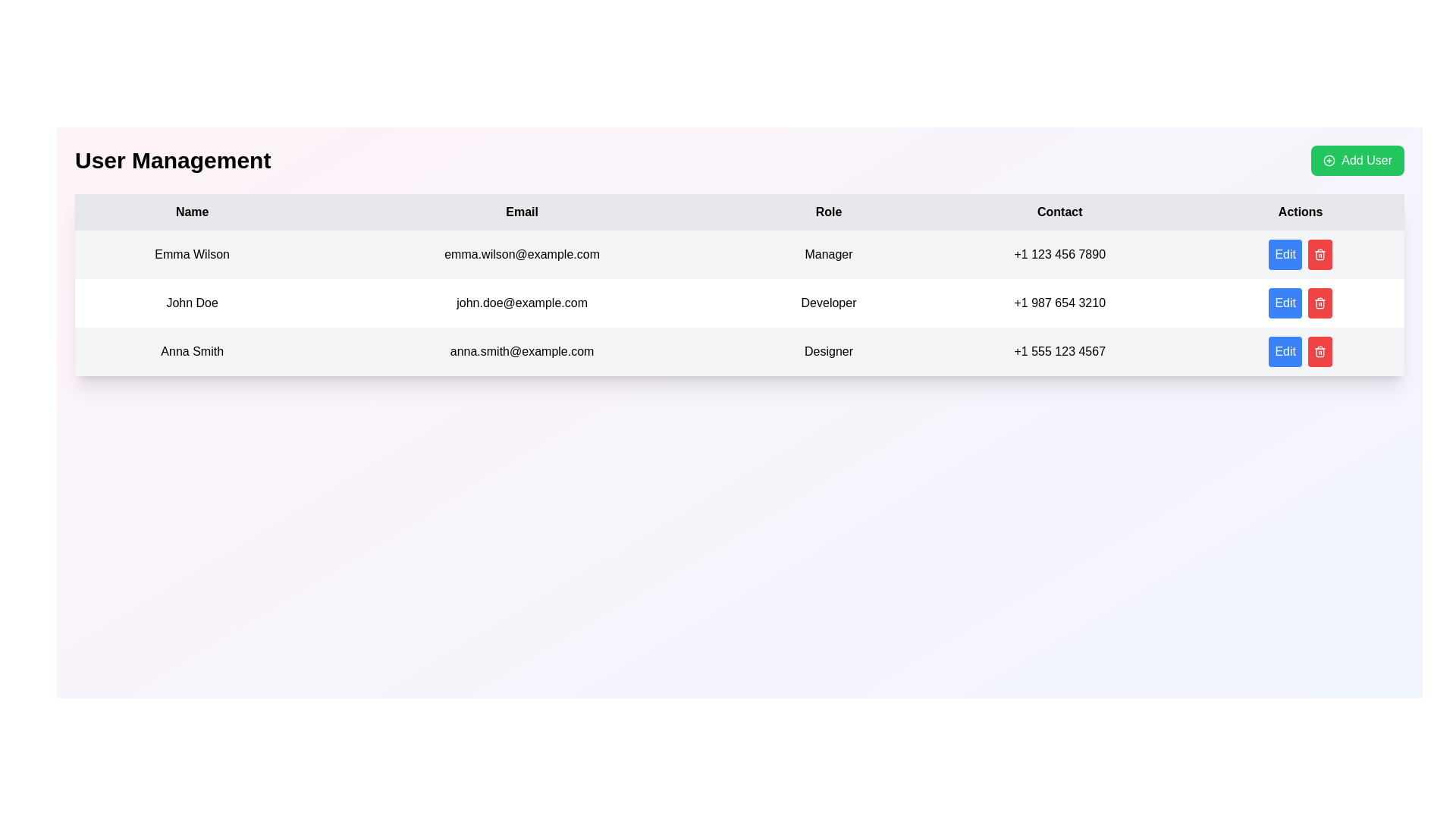 Image resolution: width=1456 pixels, height=819 pixels. Describe the element at coordinates (1300, 253) in the screenshot. I see `the red square button with a white trash can icon, which is the second button in the action options next to the blue 'Edit' button for user 'Emma Wilson'` at that location.